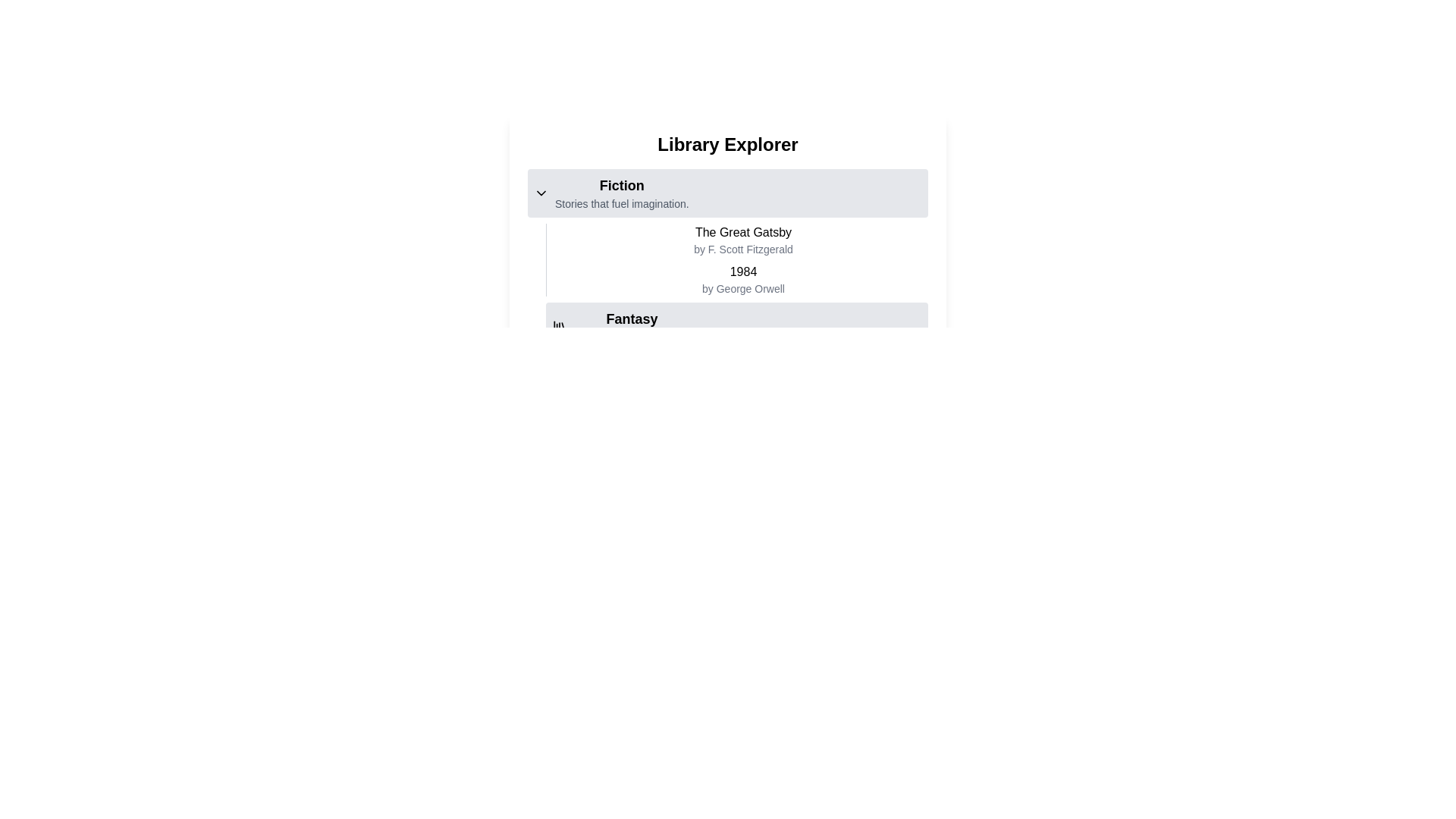 The image size is (1456, 819). Describe the element at coordinates (622, 192) in the screenshot. I see `the Composite text section (heading and subtitle) that categorizes 'Fiction', positioned between the 'Library Explorer' title and the list of book titles` at that location.